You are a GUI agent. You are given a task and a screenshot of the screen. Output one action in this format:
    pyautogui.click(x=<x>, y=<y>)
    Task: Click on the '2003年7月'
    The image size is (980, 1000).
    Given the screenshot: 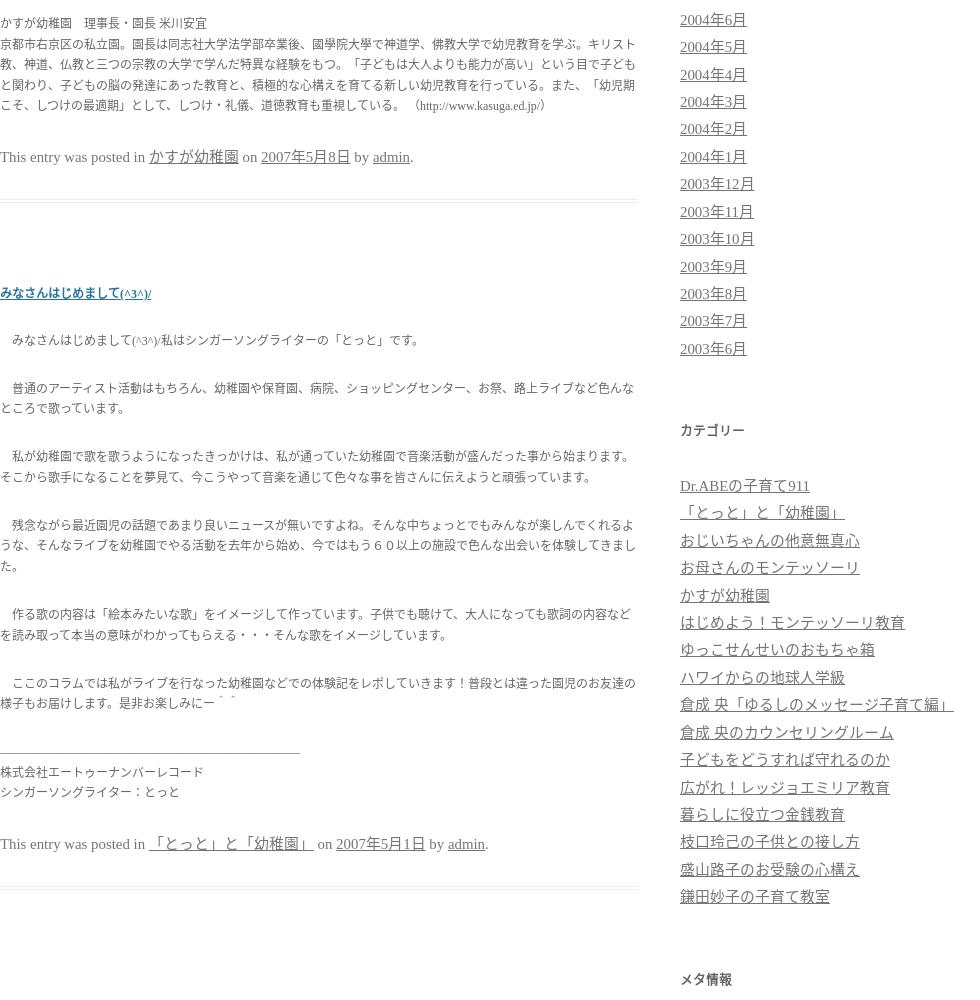 What is the action you would take?
    pyautogui.click(x=713, y=320)
    